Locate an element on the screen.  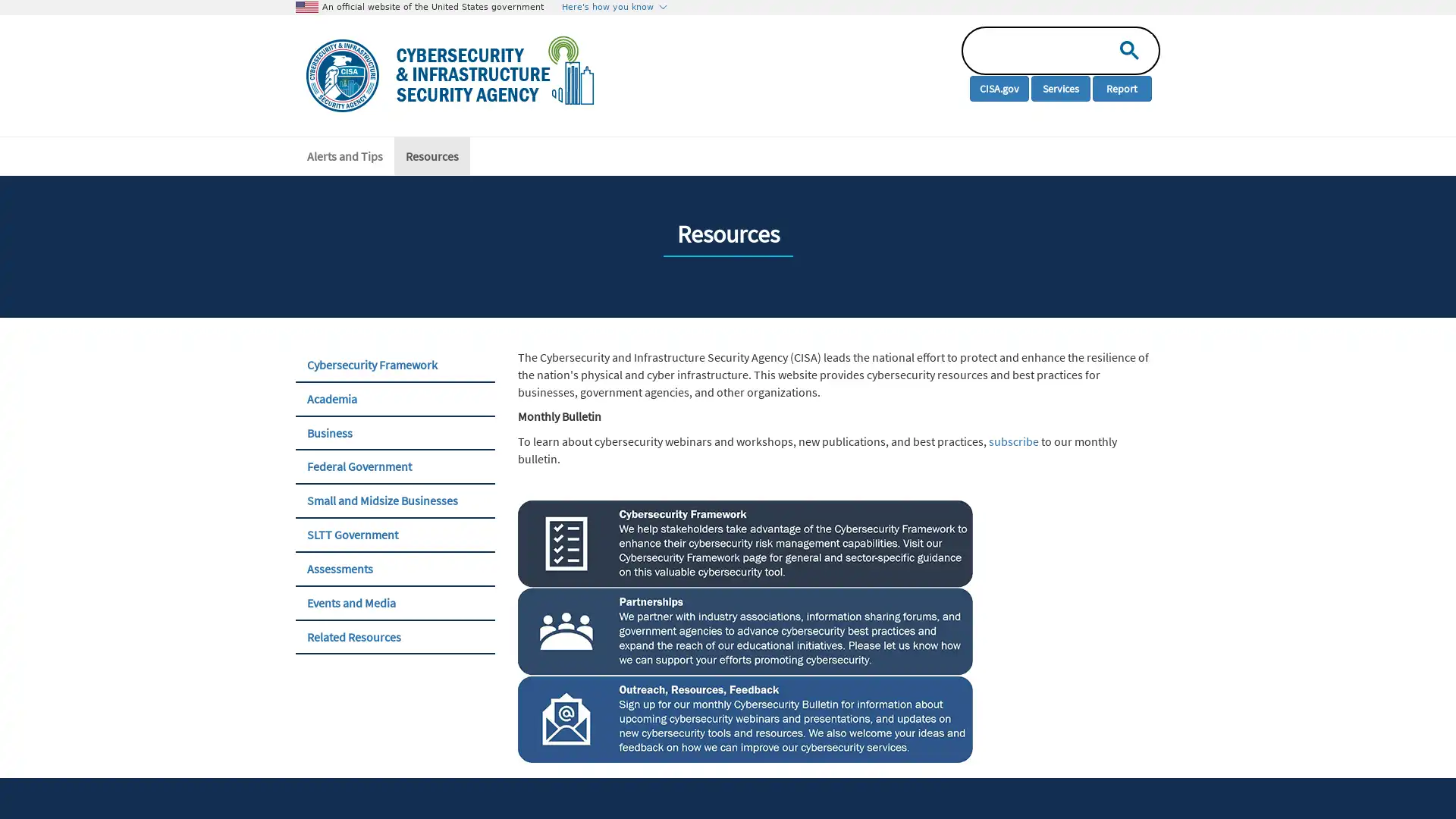
search is located at coordinates (1125, 49).